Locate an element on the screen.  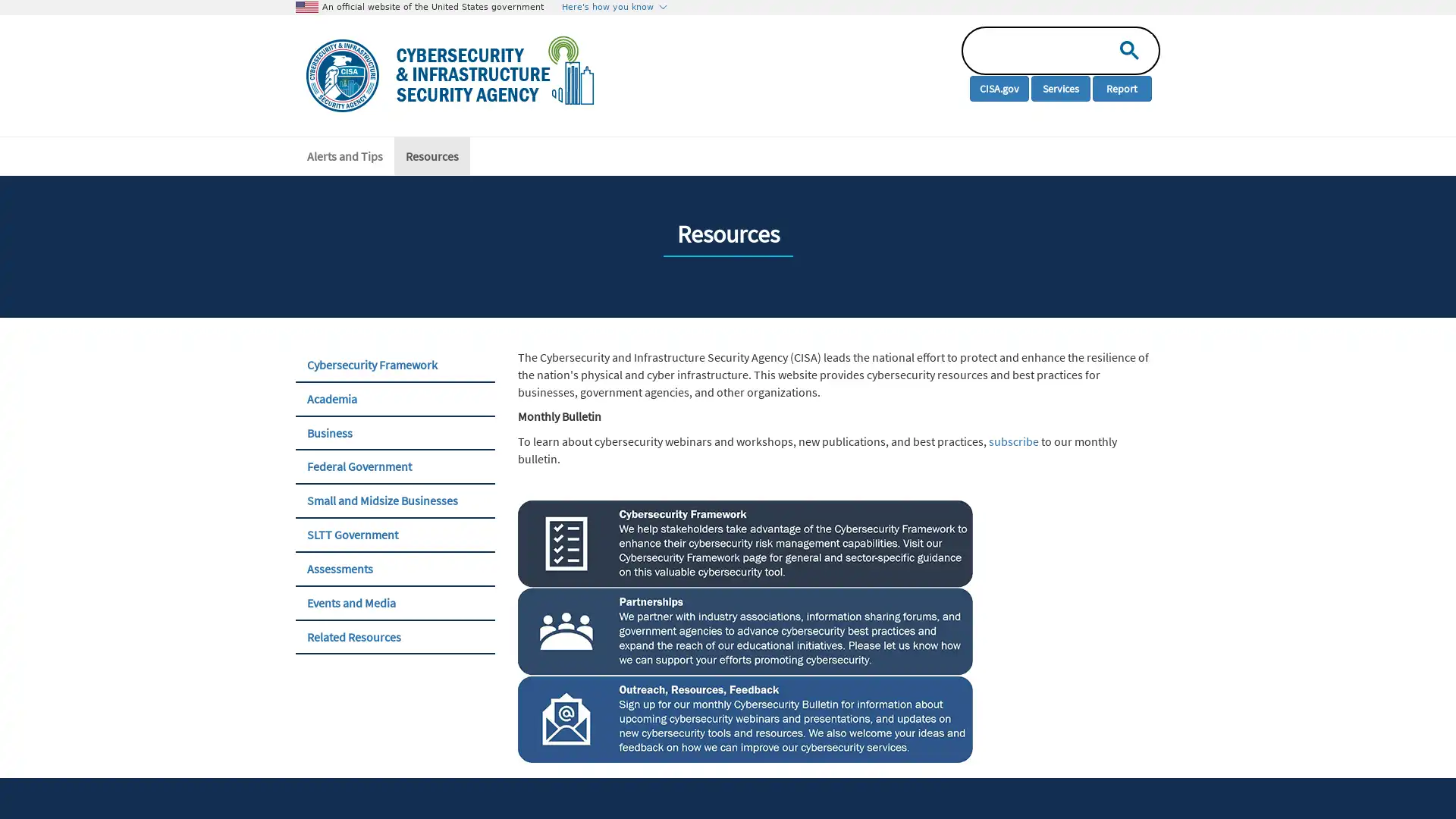
search is located at coordinates (1125, 49).